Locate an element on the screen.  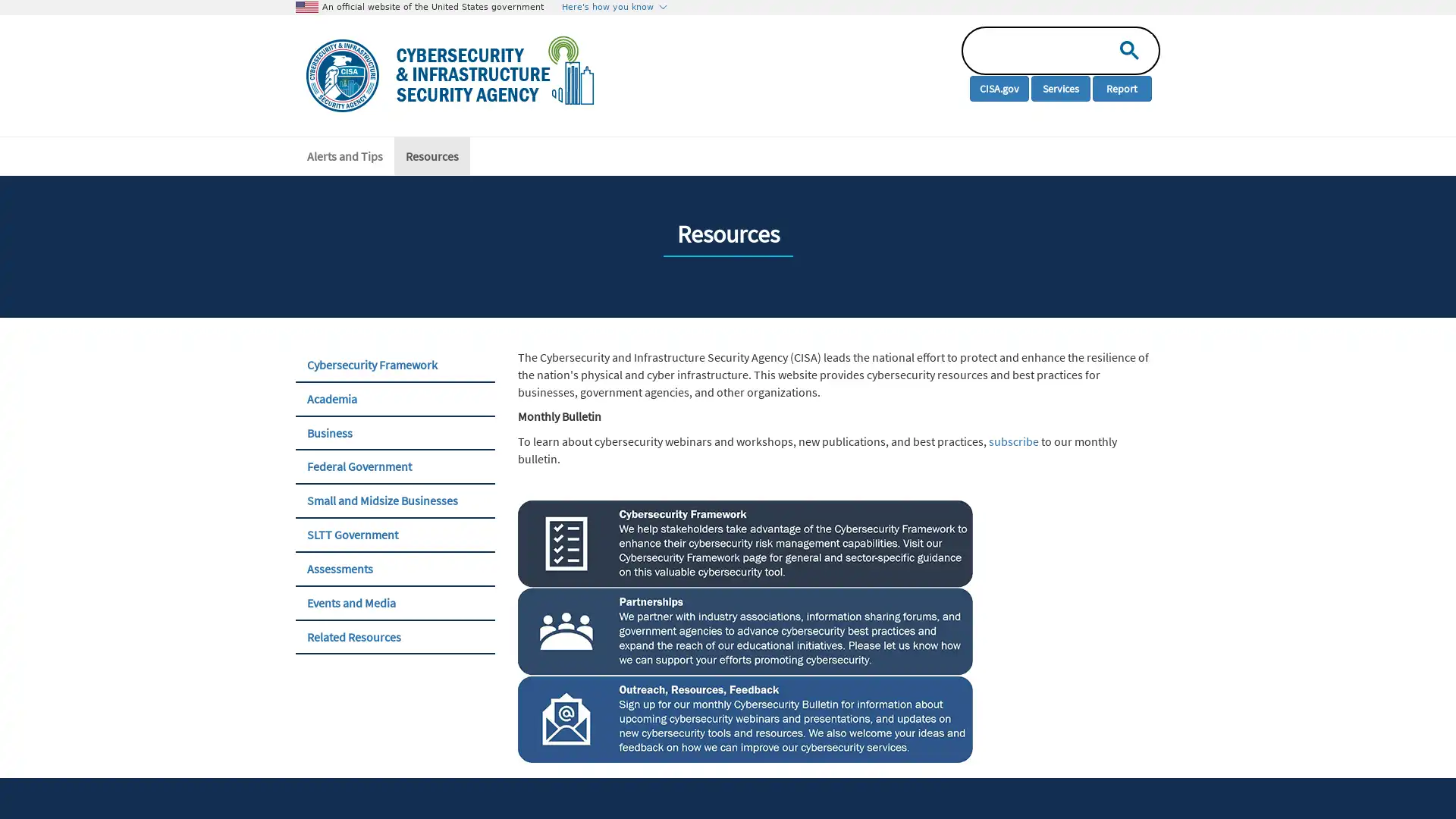
search is located at coordinates (1125, 49).